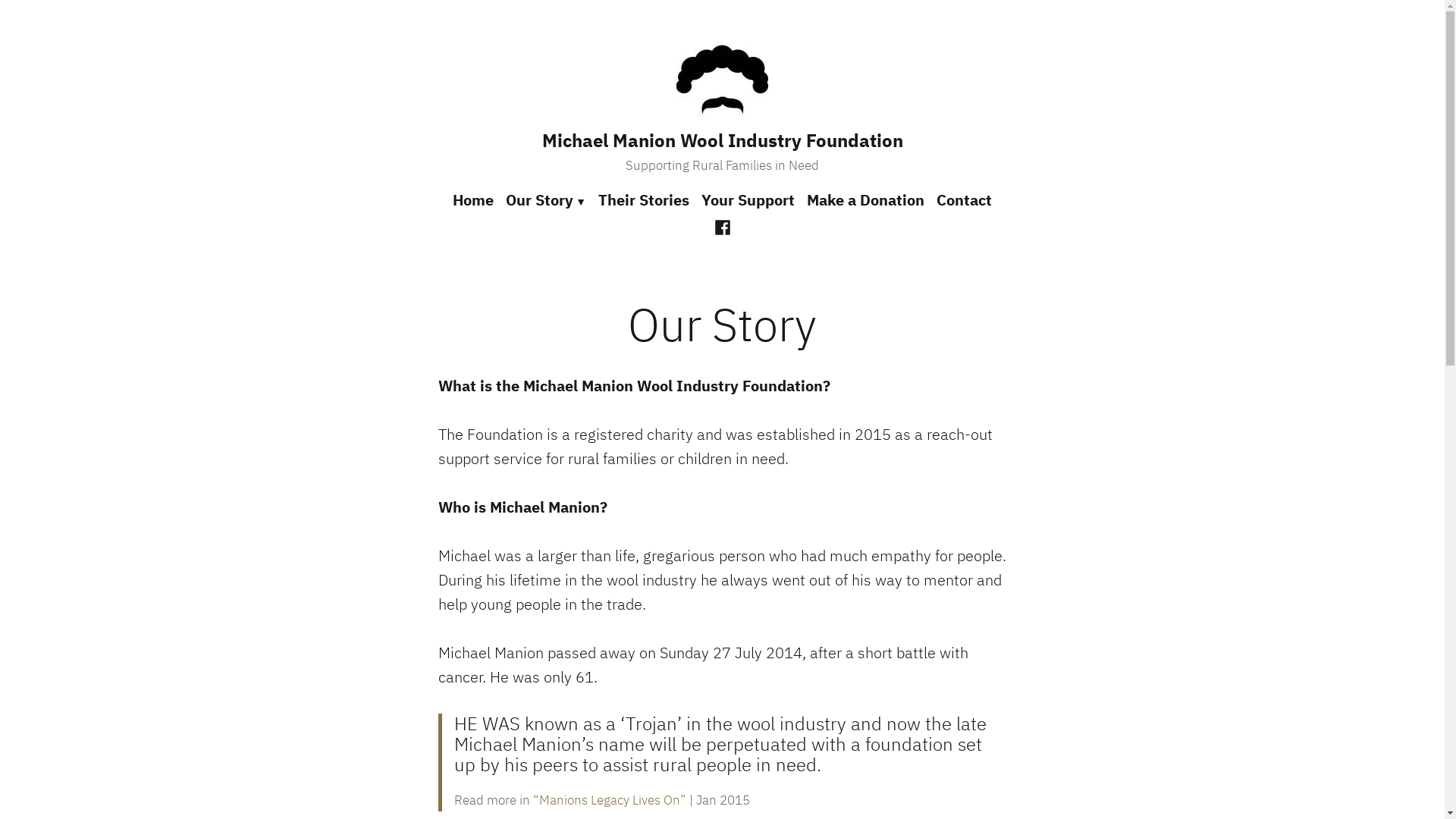  I want to click on 'Facebook', so click(722, 225).